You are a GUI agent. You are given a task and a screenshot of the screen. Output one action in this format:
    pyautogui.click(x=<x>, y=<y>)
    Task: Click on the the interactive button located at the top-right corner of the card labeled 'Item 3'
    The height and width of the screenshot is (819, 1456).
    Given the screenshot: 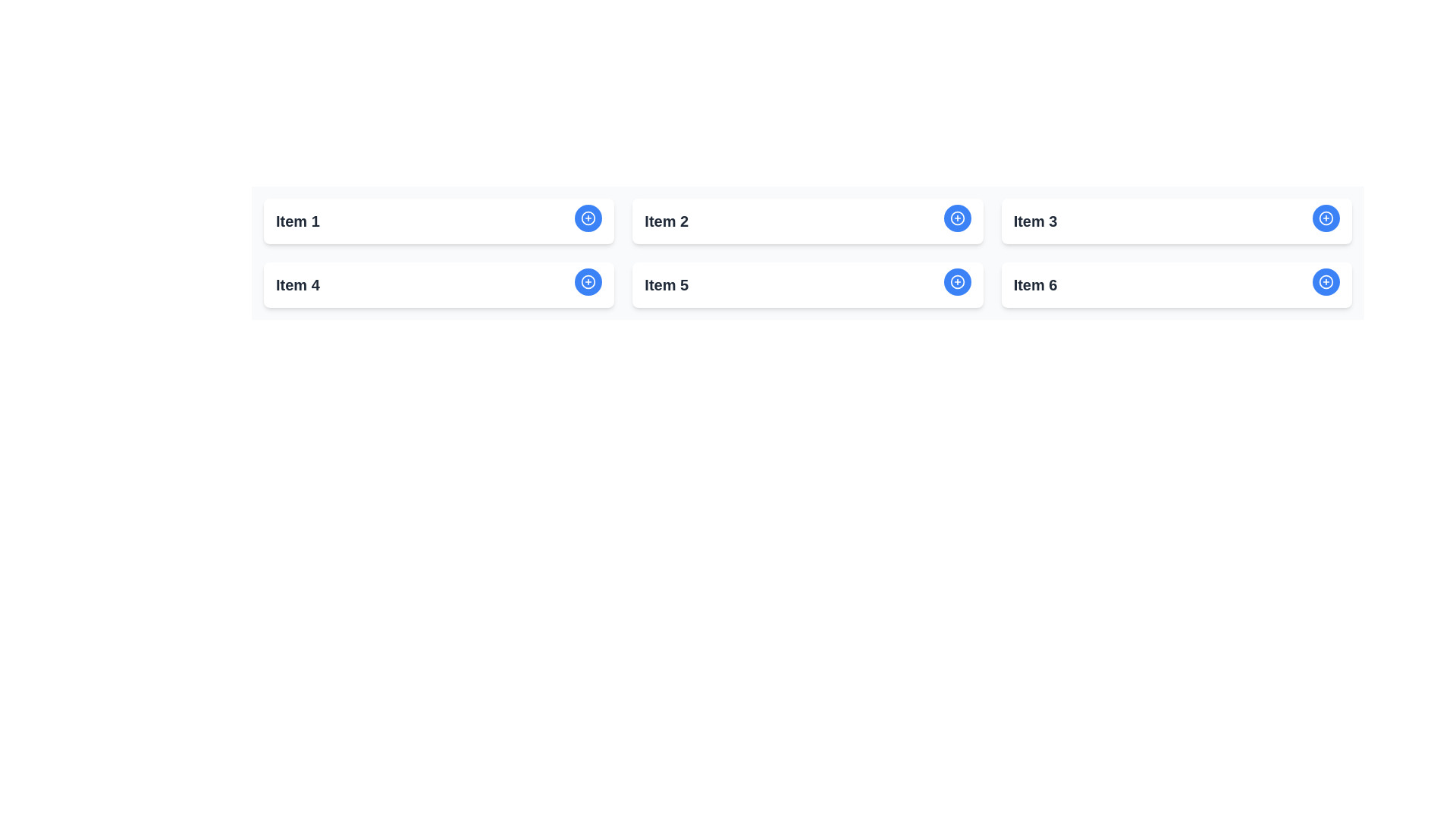 What is the action you would take?
    pyautogui.click(x=1325, y=218)
    